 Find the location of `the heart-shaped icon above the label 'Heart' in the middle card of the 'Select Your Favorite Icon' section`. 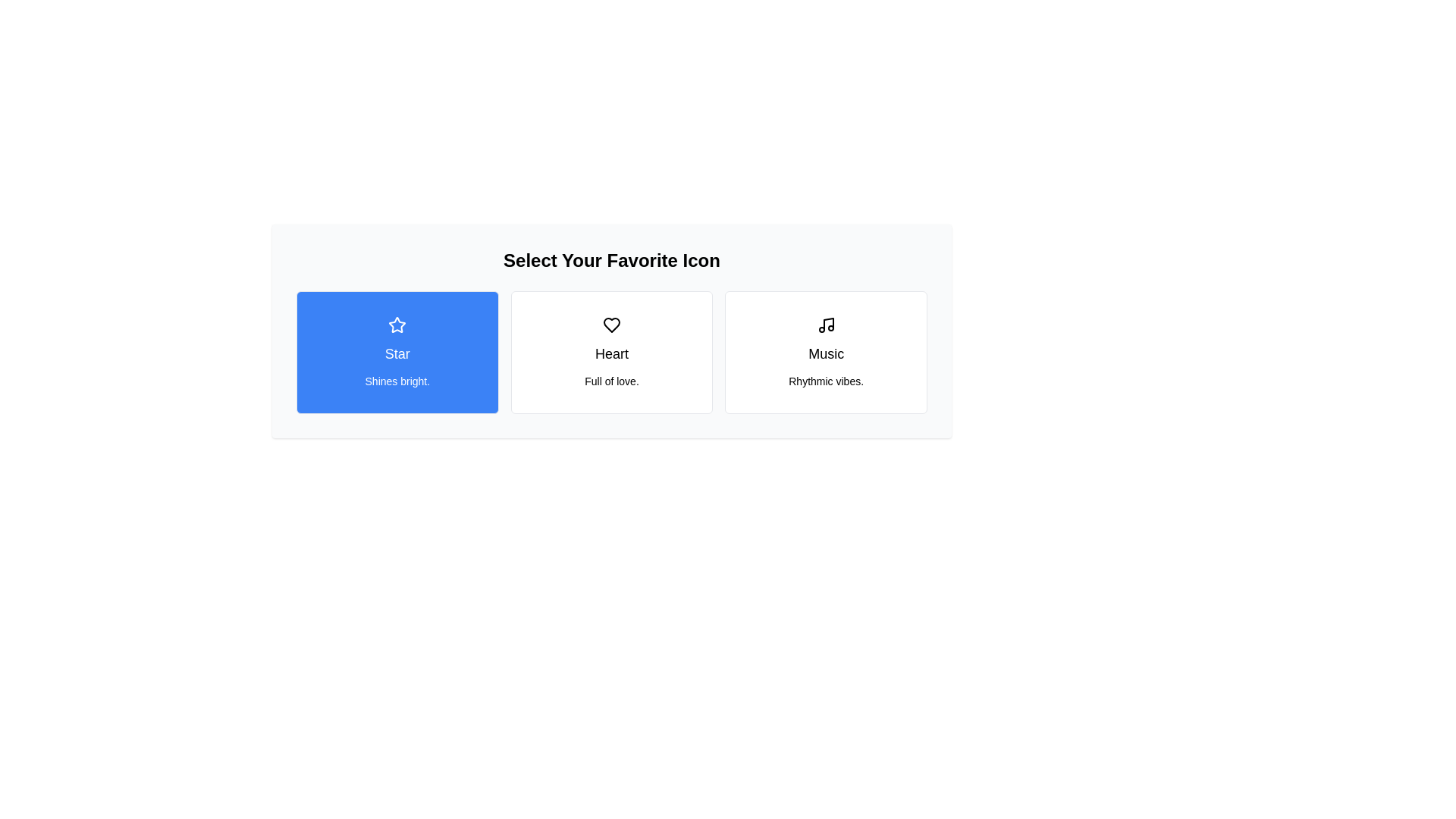

the heart-shaped icon above the label 'Heart' in the middle card of the 'Select Your Favorite Icon' section is located at coordinates (611, 324).